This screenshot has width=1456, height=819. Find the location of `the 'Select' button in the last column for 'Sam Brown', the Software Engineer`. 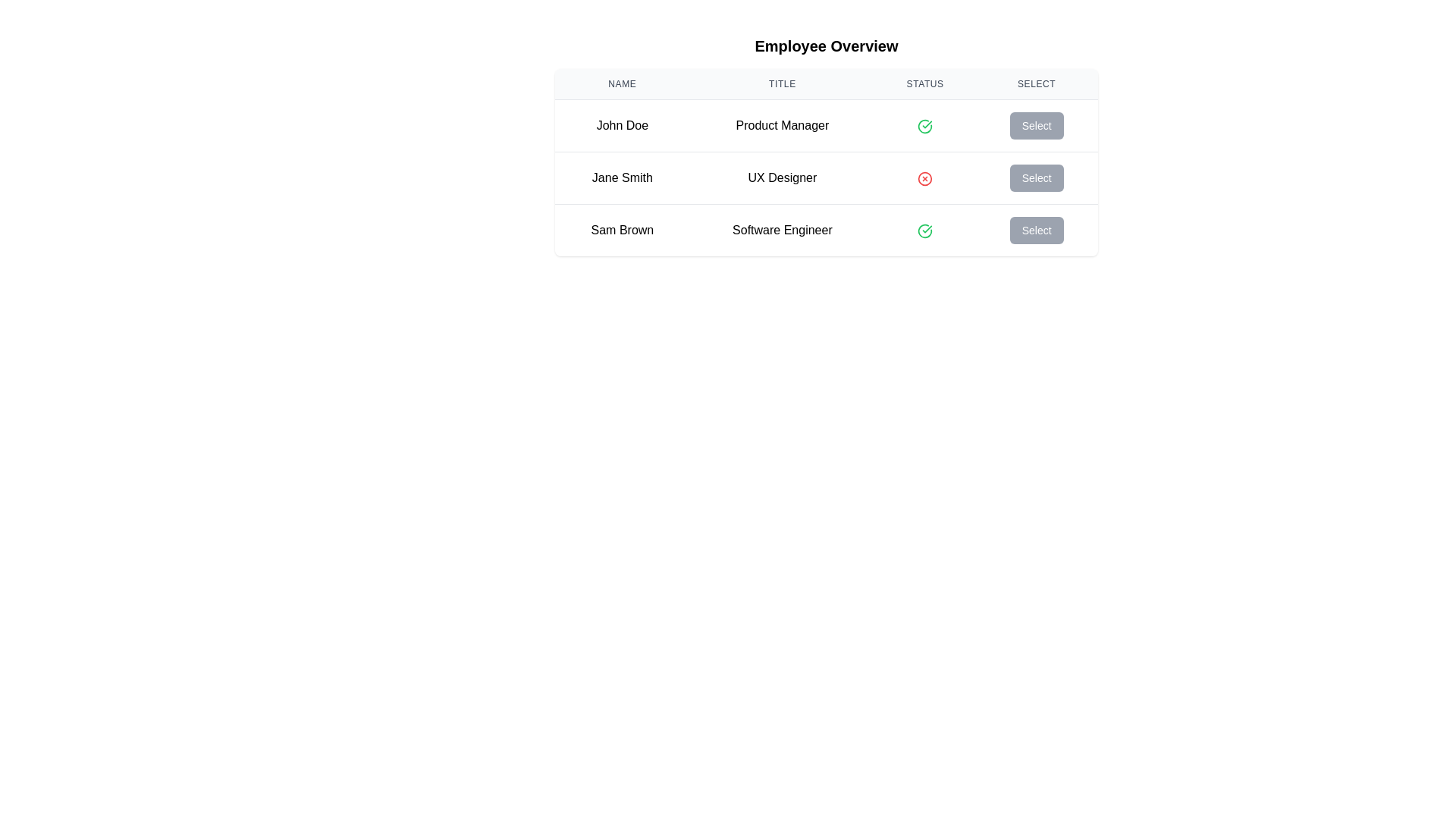

the 'Select' button in the last column for 'Sam Brown', the Software Engineer is located at coordinates (1036, 230).